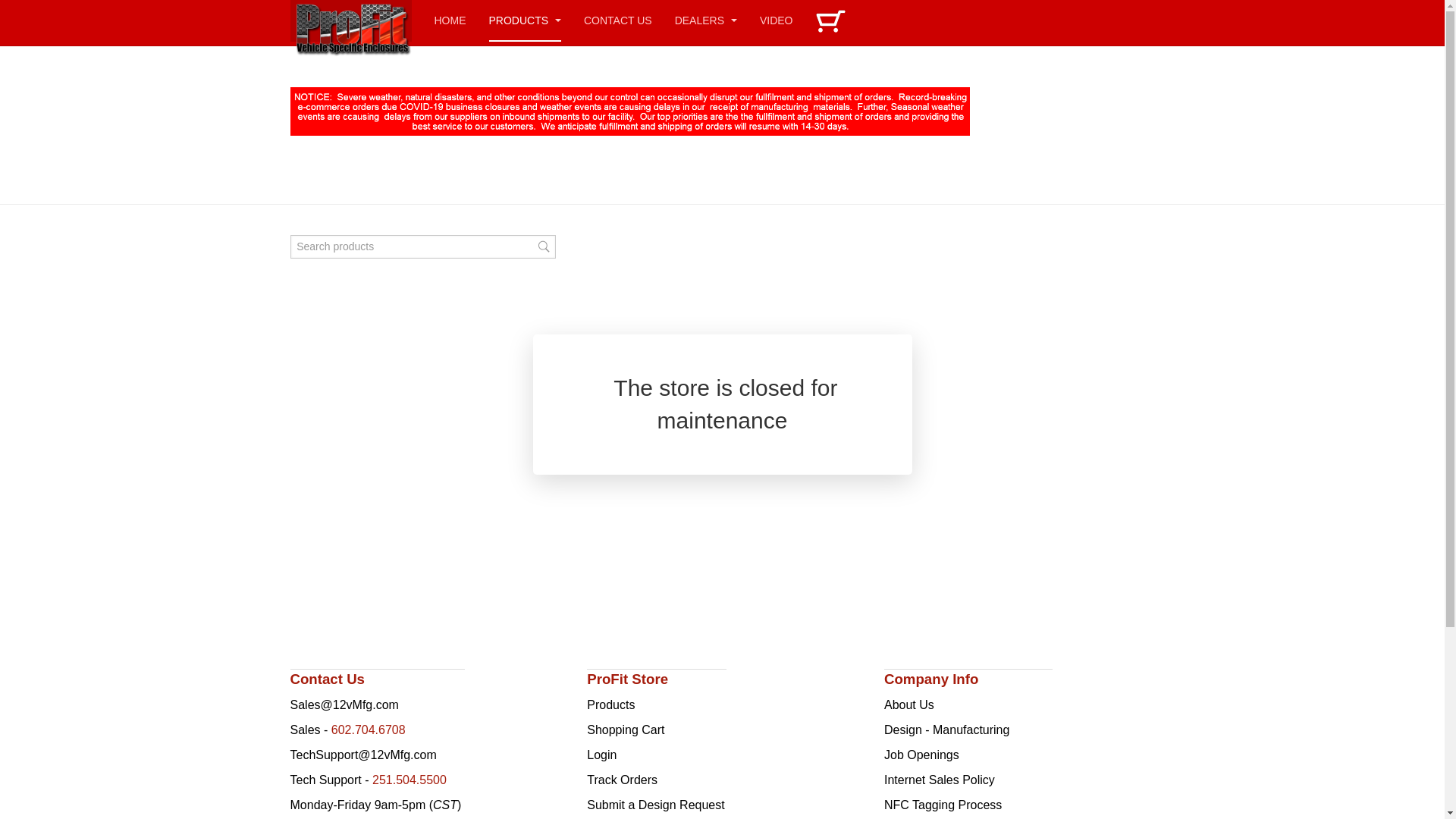 This screenshot has width=1456, height=819. Describe the element at coordinates (362, 755) in the screenshot. I see `'TechSupport@12vMfg.com'` at that location.